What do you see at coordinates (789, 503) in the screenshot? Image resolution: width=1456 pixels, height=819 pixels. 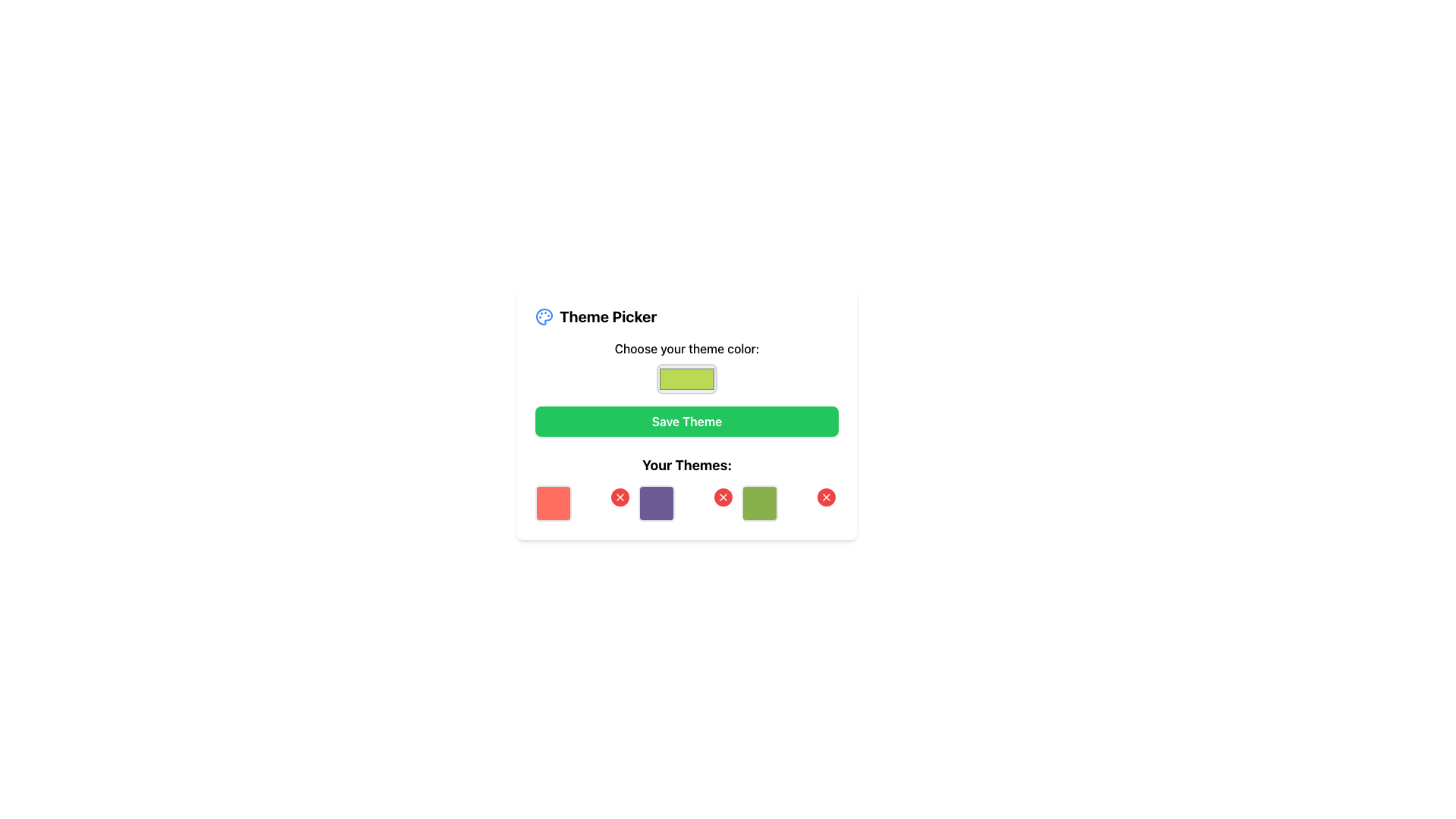 I see `the fourth button-like square representing a saved theme in the 'Your Themes' section to focus on it` at bounding box center [789, 503].